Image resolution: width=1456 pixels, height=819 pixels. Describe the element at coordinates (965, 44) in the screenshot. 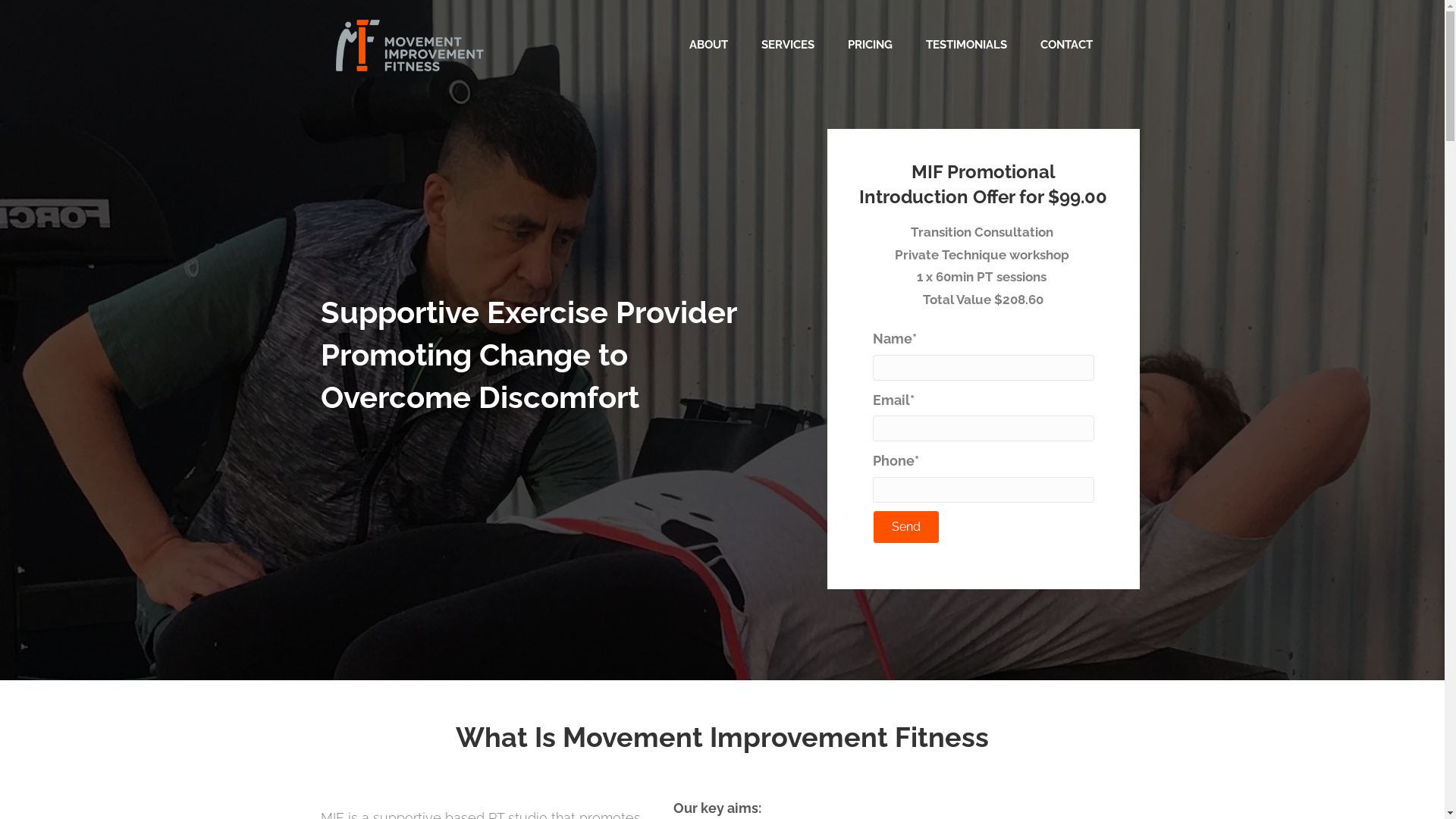

I see `'TESTIMONIALS'` at that location.